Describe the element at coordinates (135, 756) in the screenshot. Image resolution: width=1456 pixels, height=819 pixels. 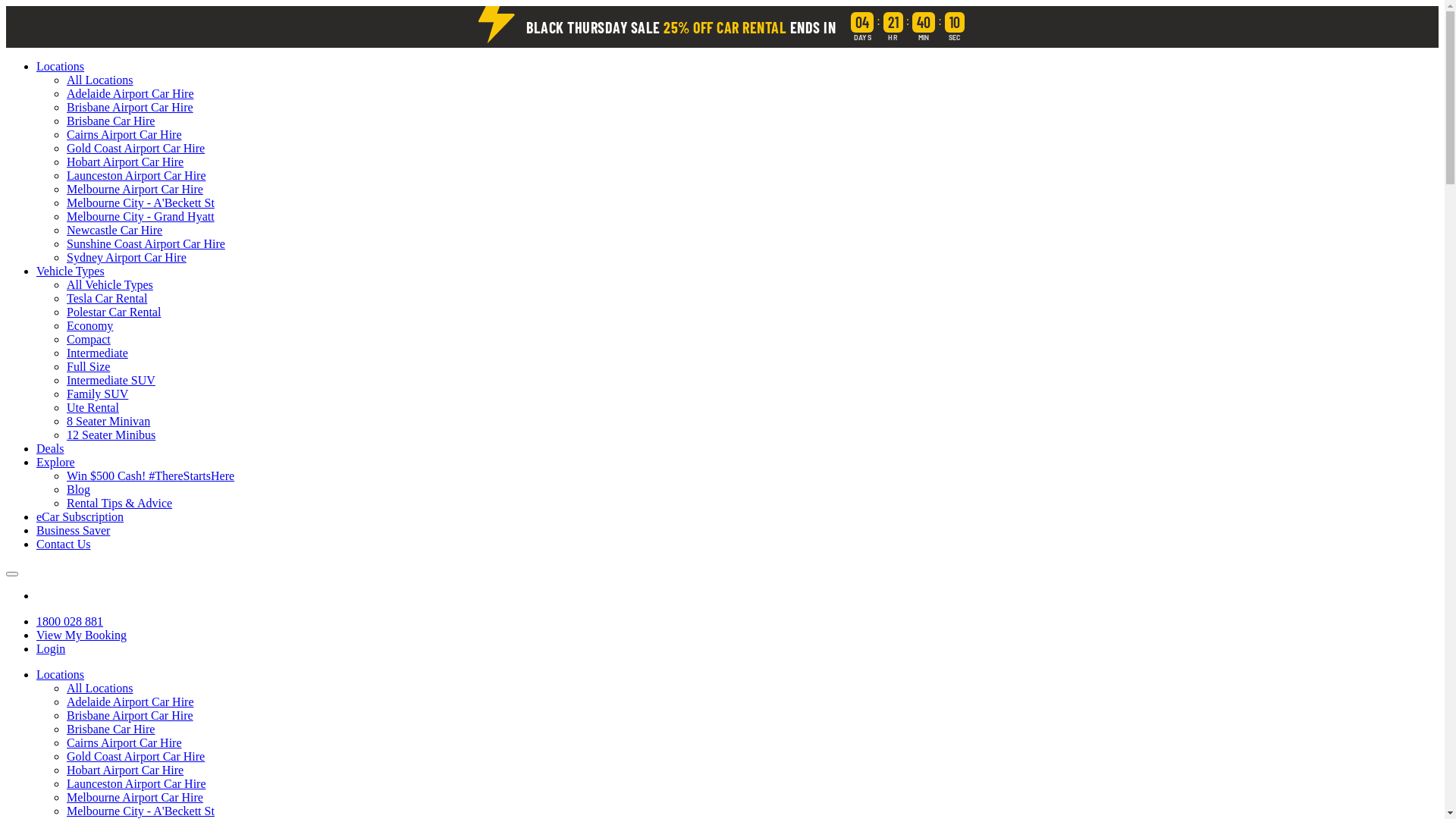
I see `'Gold Coast Airport Car Hire'` at that location.